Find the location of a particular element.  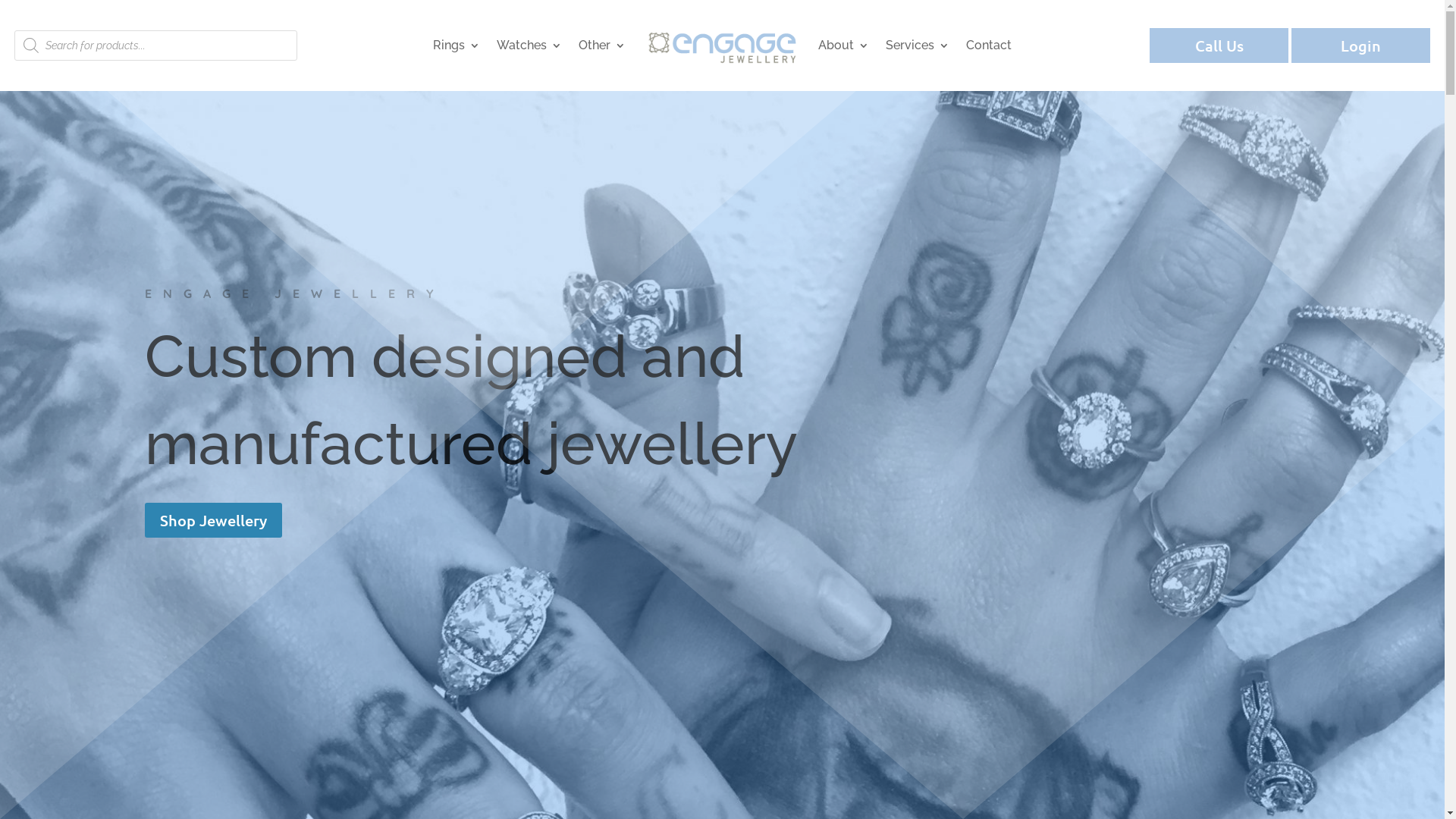

'Watches' is located at coordinates (529, 45).